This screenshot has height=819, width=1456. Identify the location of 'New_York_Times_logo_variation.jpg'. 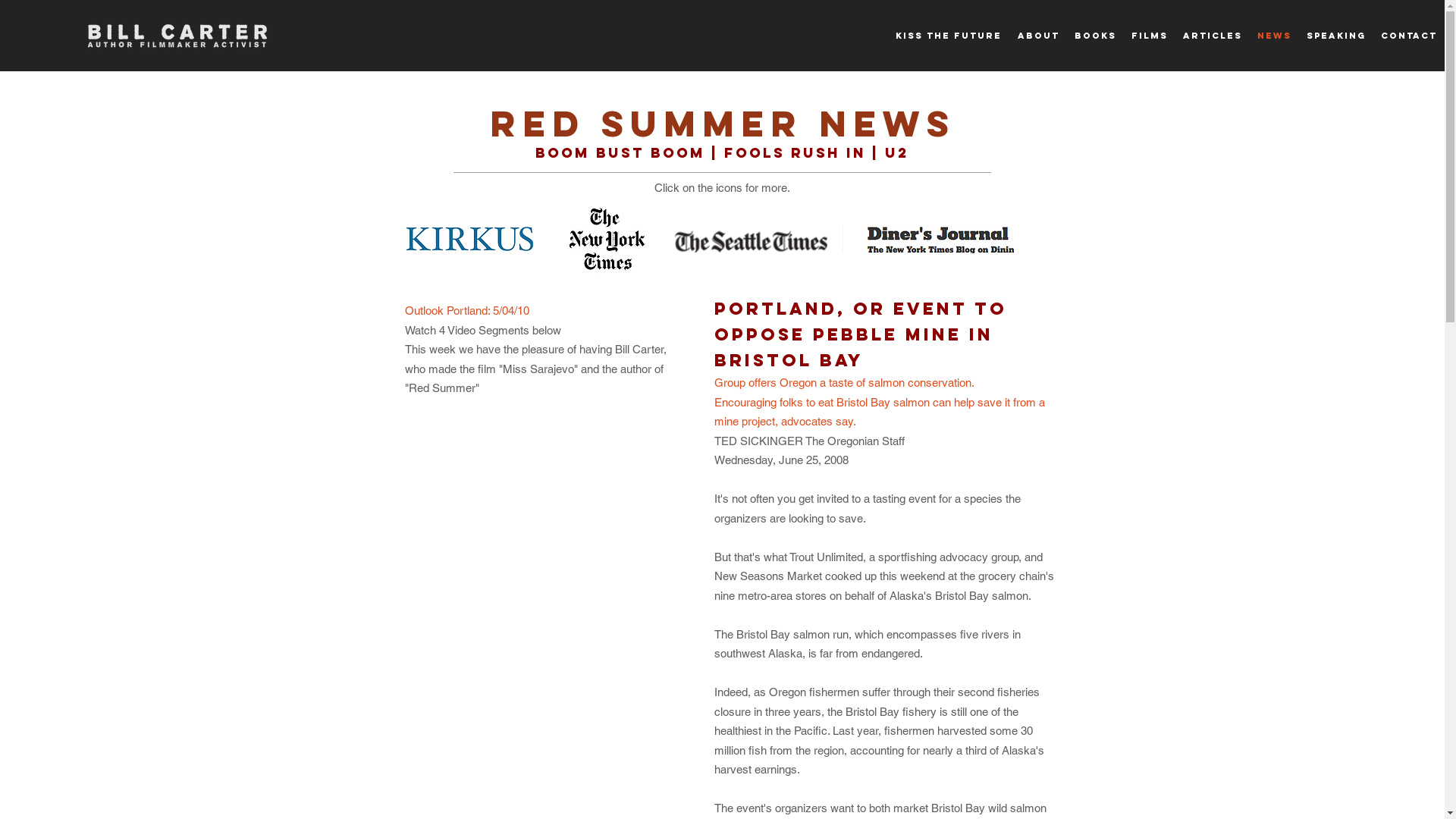
(563, 239).